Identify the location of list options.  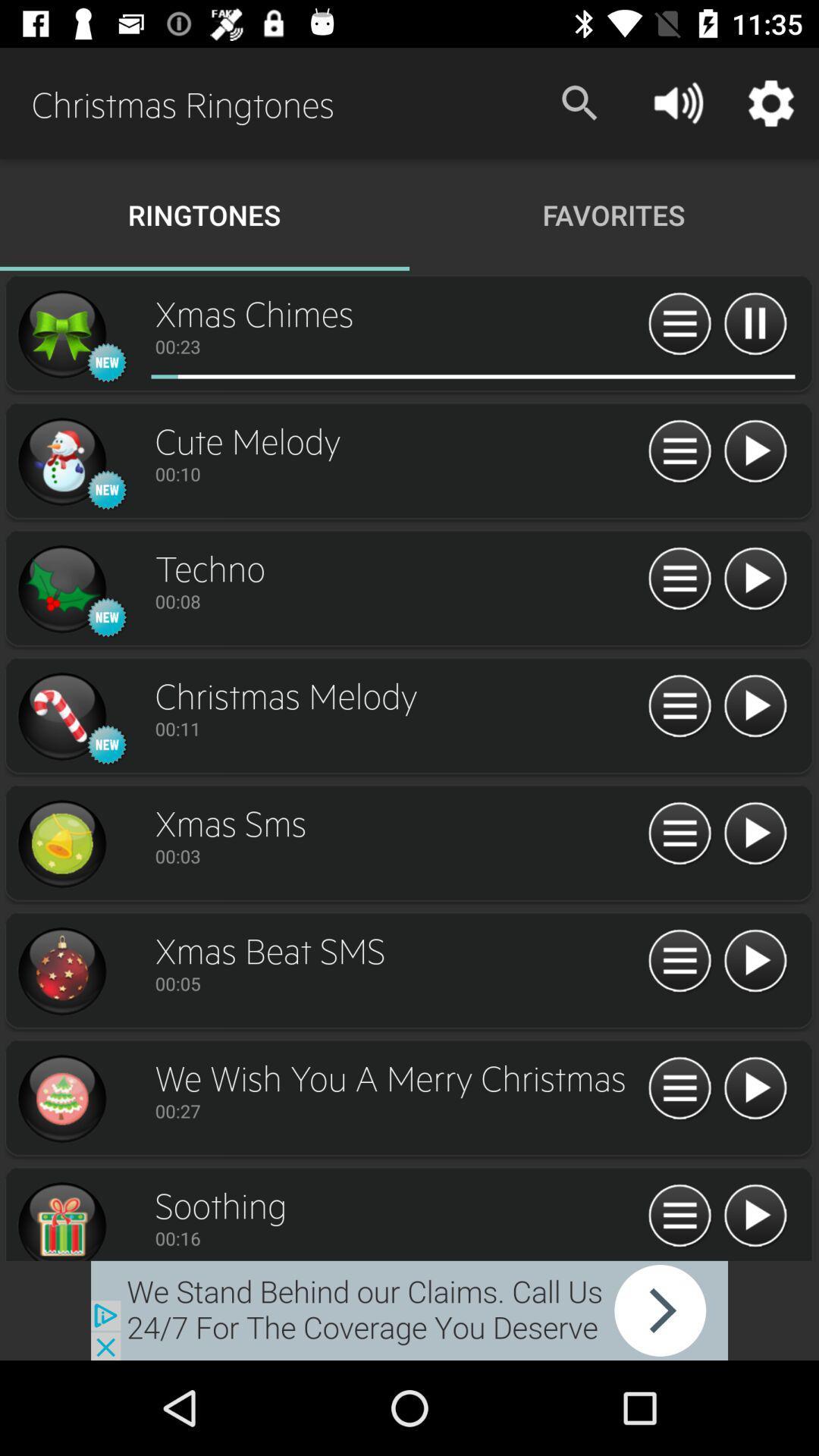
(679, 451).